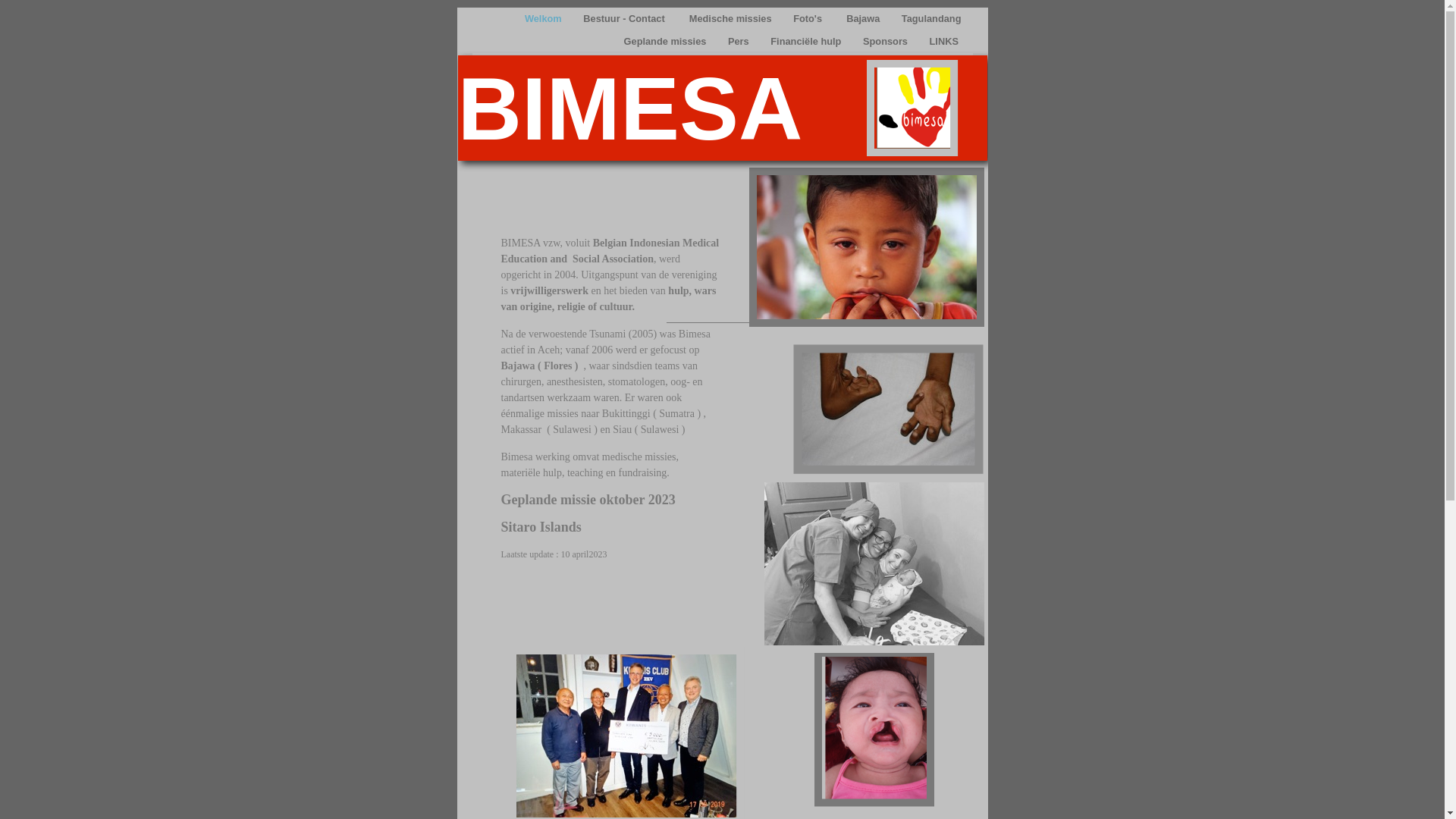 The height and width of the screenshot is (819, 1456). I want to click on 'Medische missies', so click(731, 18).